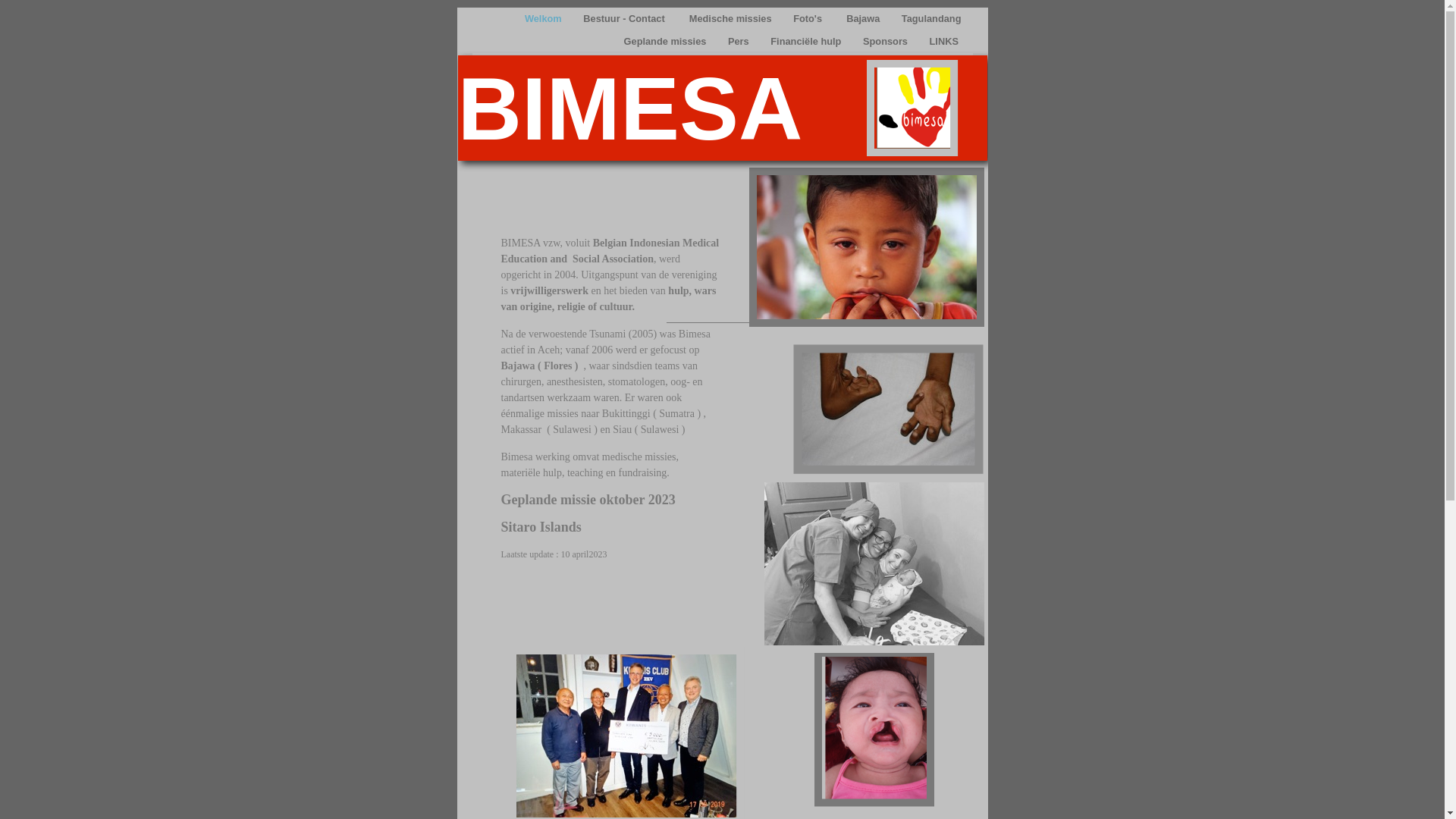 The height and width of the screenshot is (819, 1456). I want to click on 'Medische missies', so click(731, 18).